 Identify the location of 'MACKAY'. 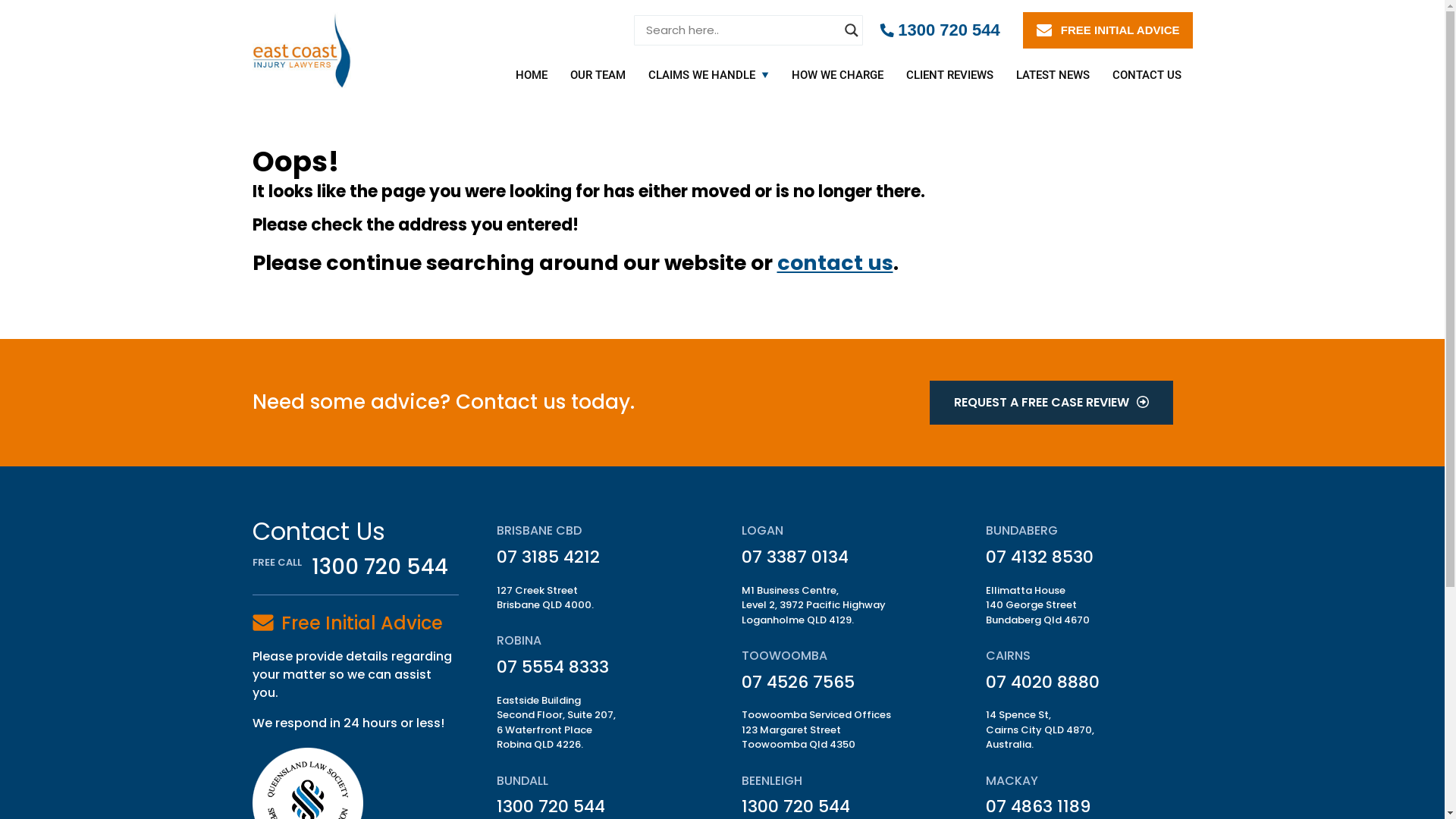
(1012, 780).